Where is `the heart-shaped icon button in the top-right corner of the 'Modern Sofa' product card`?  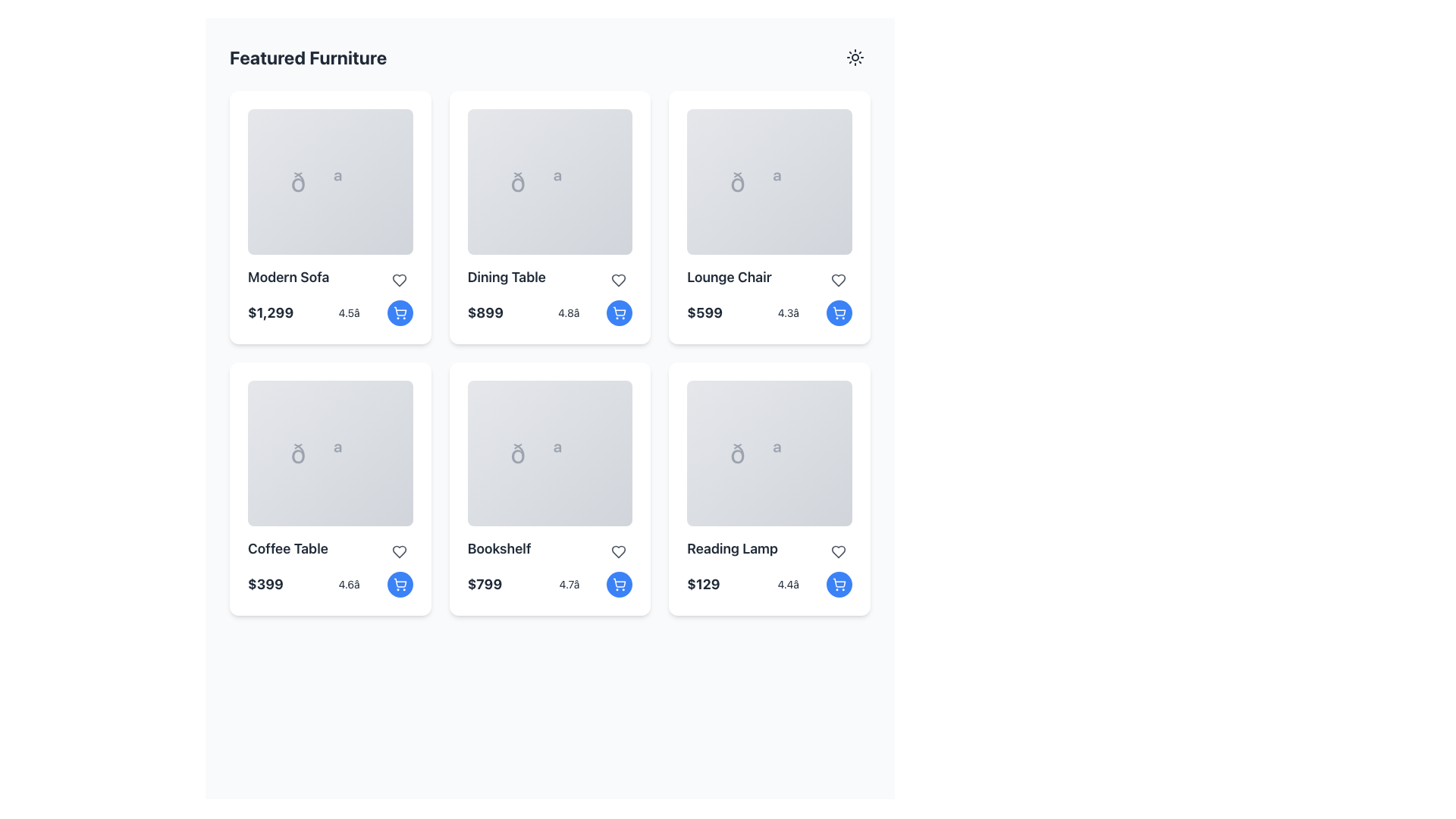
the heart-shaped icon button in the top-right corner of the 'Modern Sofa' product card is located at coordinates (399, 281).